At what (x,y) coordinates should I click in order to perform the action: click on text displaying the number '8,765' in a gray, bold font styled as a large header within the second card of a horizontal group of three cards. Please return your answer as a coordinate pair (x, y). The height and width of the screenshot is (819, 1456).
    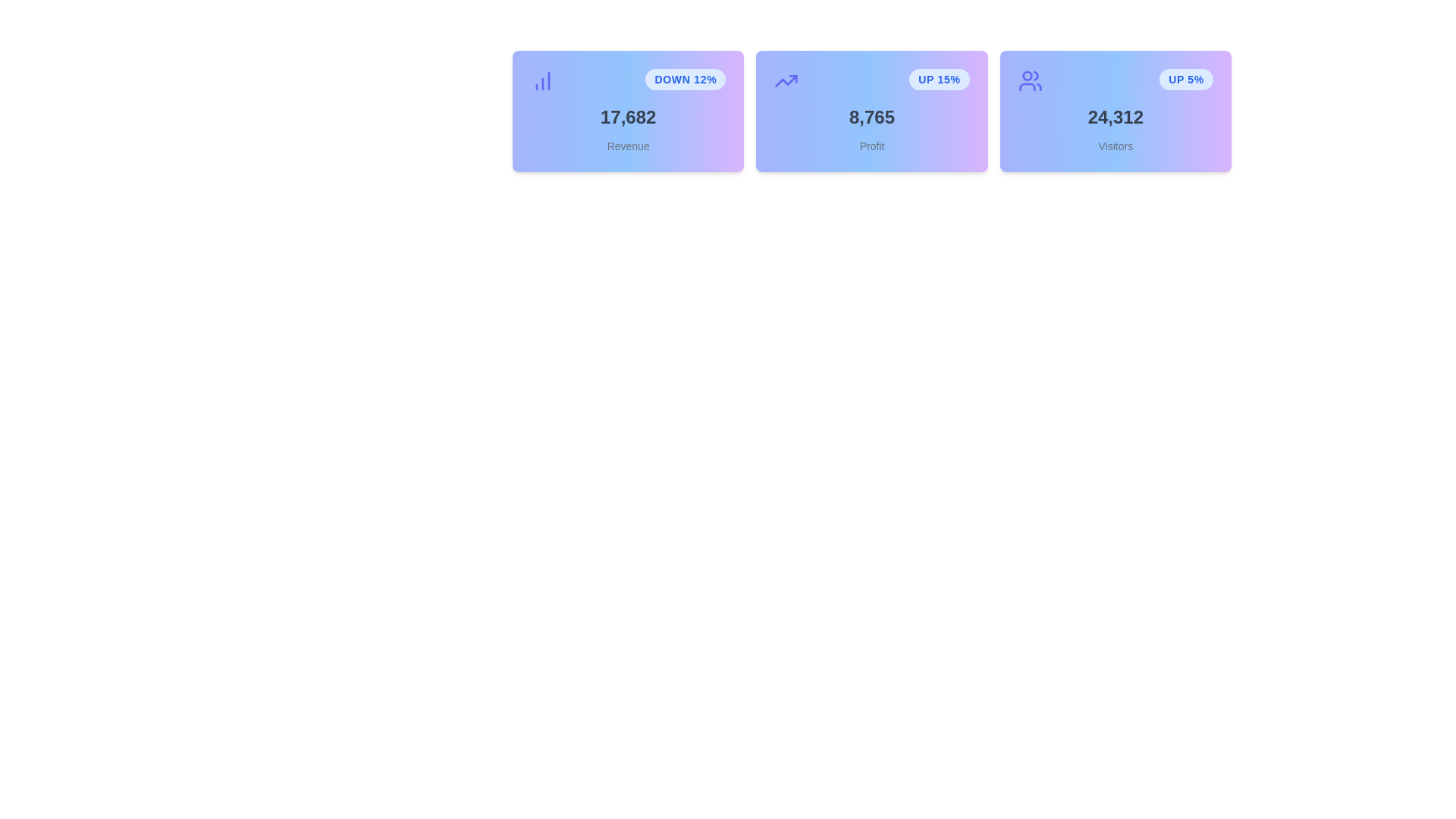
    Looking at the image, I should click on (872, 116).